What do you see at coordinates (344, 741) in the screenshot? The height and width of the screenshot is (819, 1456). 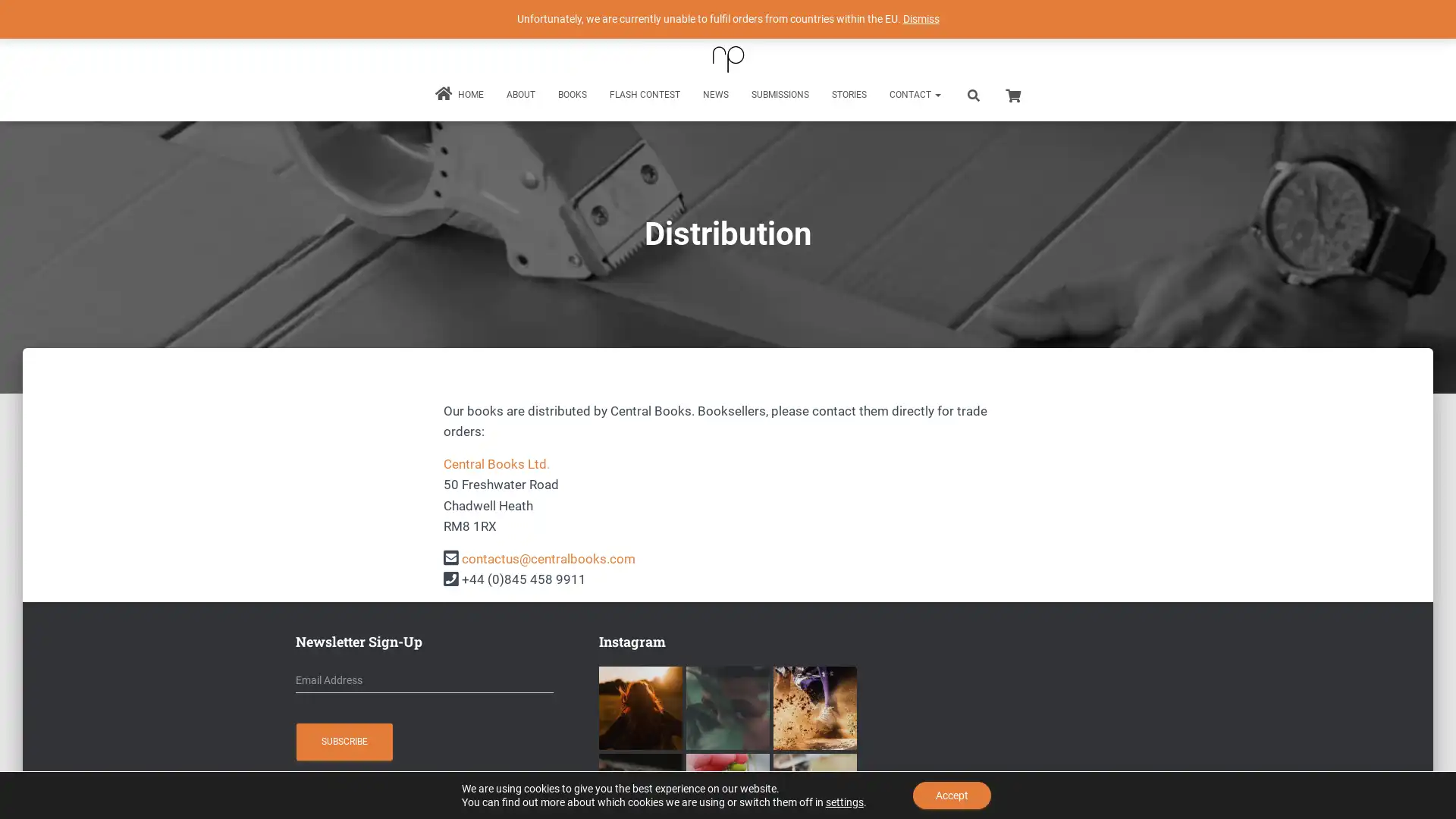 I see `Subscribe` at bounding box center [344, 741].